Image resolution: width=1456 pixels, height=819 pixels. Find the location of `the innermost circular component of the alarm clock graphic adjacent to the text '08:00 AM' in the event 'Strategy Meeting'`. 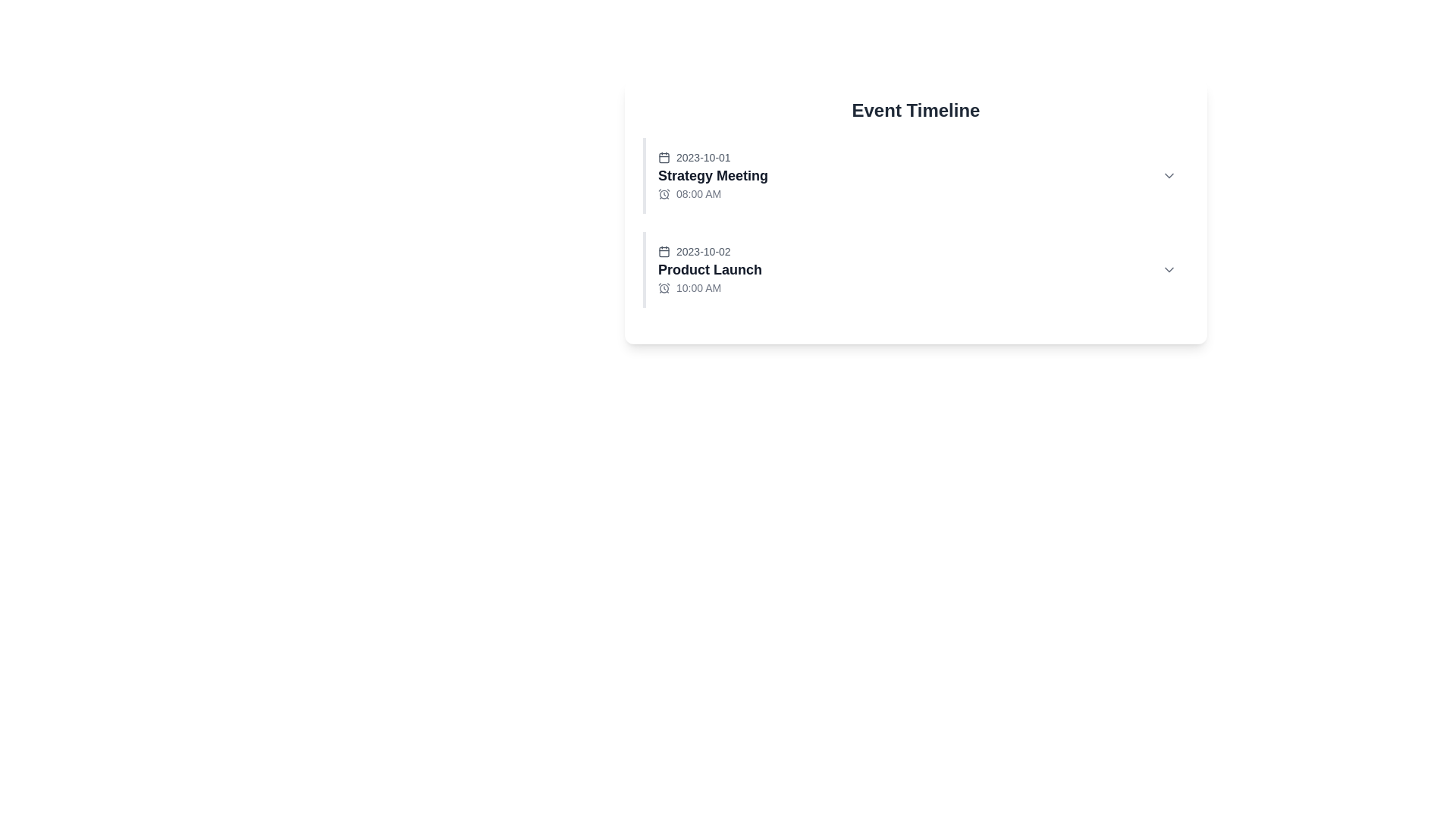

the innermost circular component of the alarm clock graphic adjacent to the text '08:00 AM' in the event 'Strategy Meeting' is located at coordinates (664, 193).